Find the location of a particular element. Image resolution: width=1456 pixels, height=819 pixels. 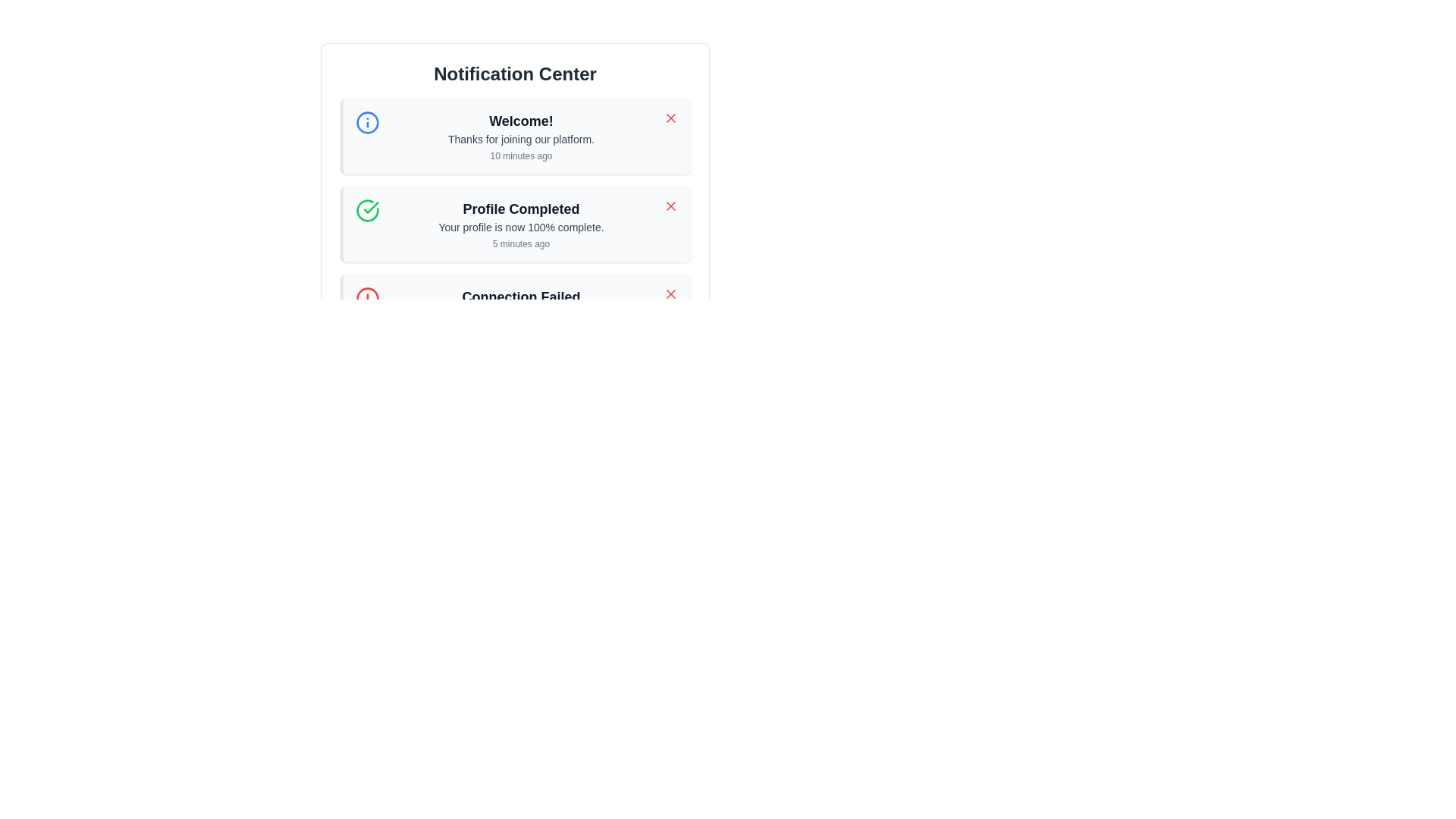

the green checkmark icon located within the circular outline, which is the second item in the 'Profile Completed' notification card list is located at coordinates (371, 207).